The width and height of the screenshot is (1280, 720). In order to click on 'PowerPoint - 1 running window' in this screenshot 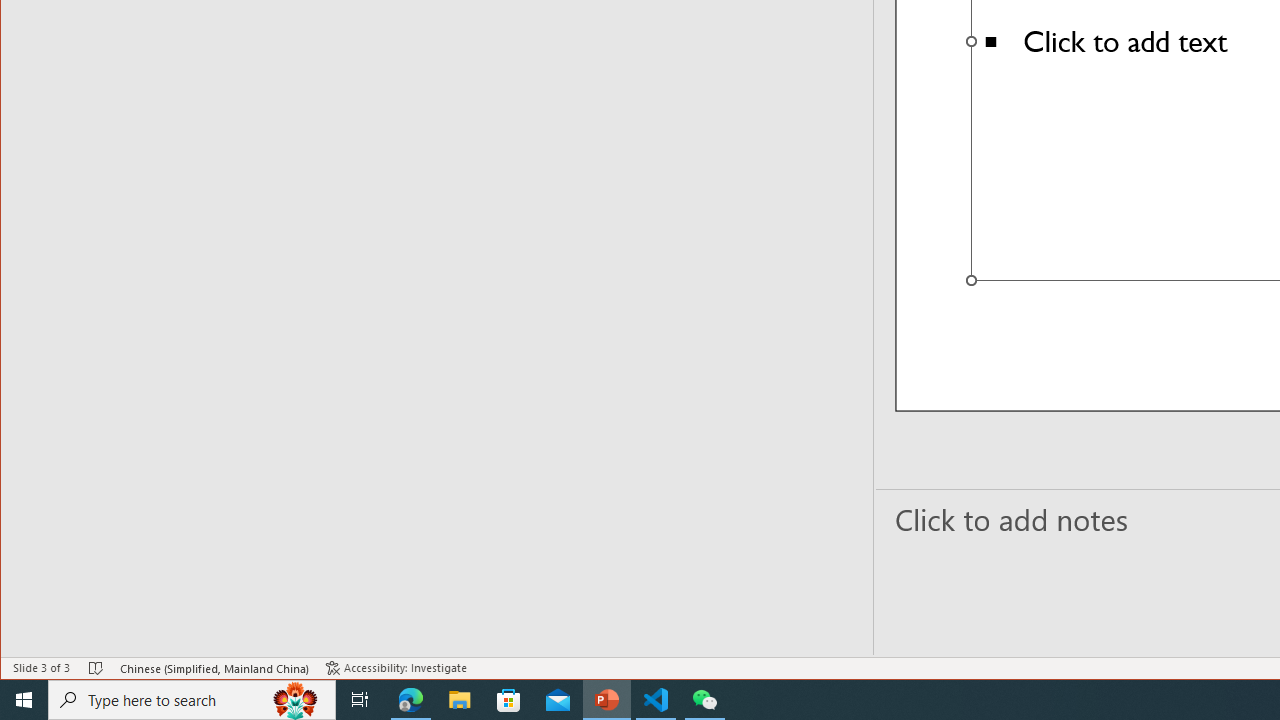, I will do `click(606, 698)`.